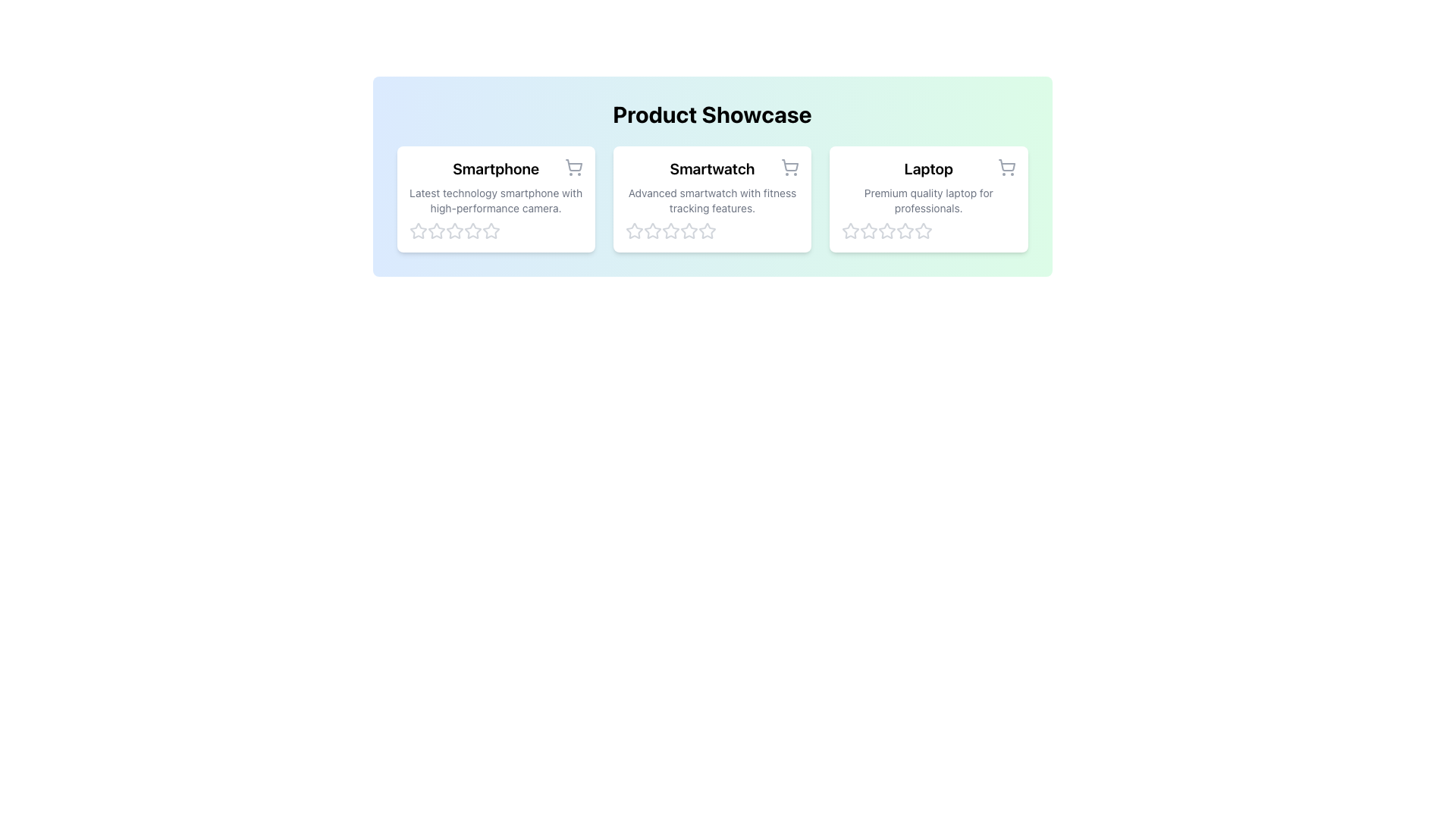 This screenshot has width=1456, height=819. What do you see at coordinates (496, 200) in the screenshot?
I see `text 'Latest technology smartphone with high-performance camera.' displayed in gray font within the first product card below the title 'Smartphone'` at bounding box center [496, 200].